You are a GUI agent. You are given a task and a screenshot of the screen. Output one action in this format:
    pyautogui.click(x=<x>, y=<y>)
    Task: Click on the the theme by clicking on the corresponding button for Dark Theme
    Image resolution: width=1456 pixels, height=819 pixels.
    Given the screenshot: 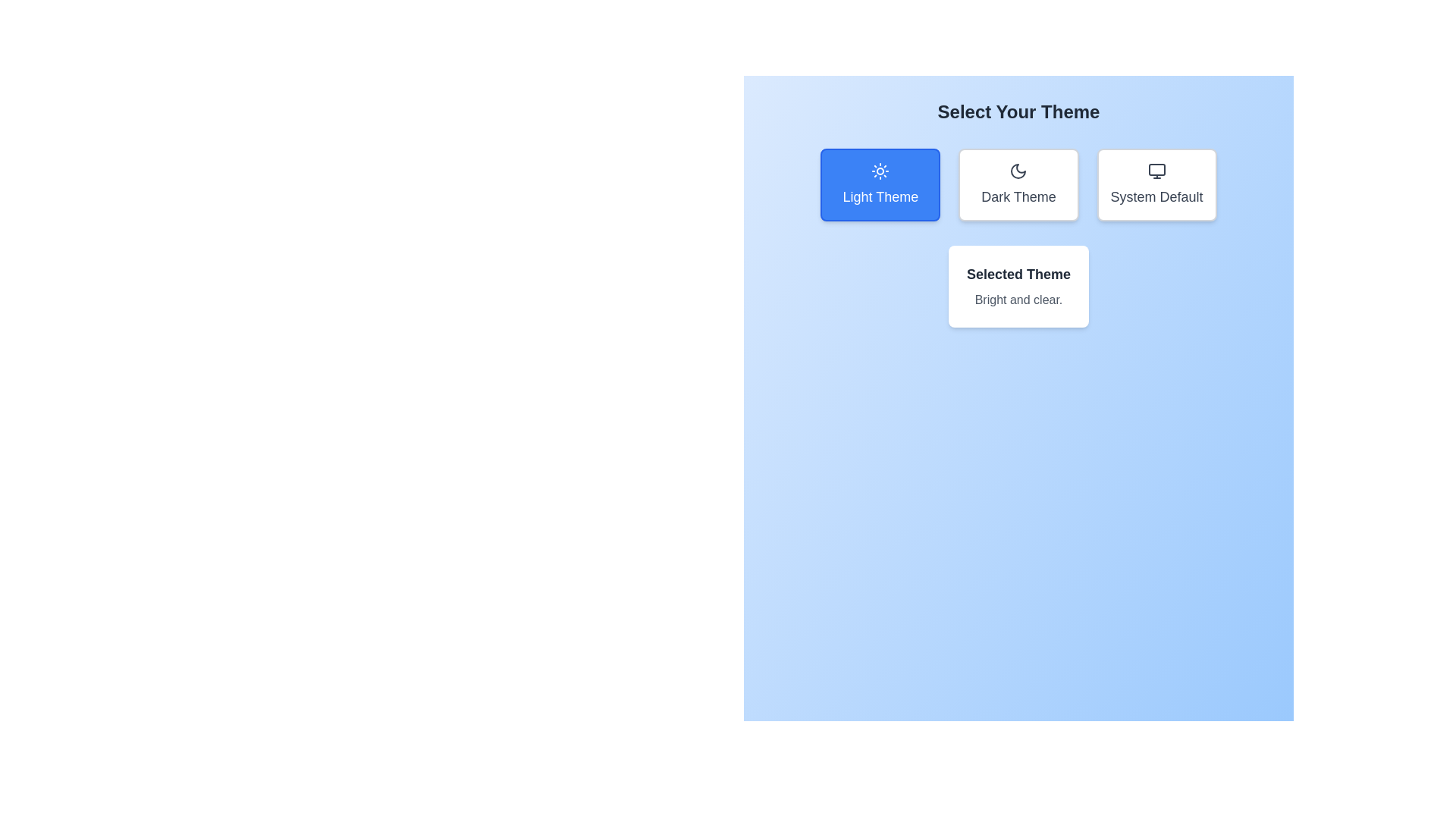 What is the action you would take?
    pyautogui.click(x=1018, y=184)
    